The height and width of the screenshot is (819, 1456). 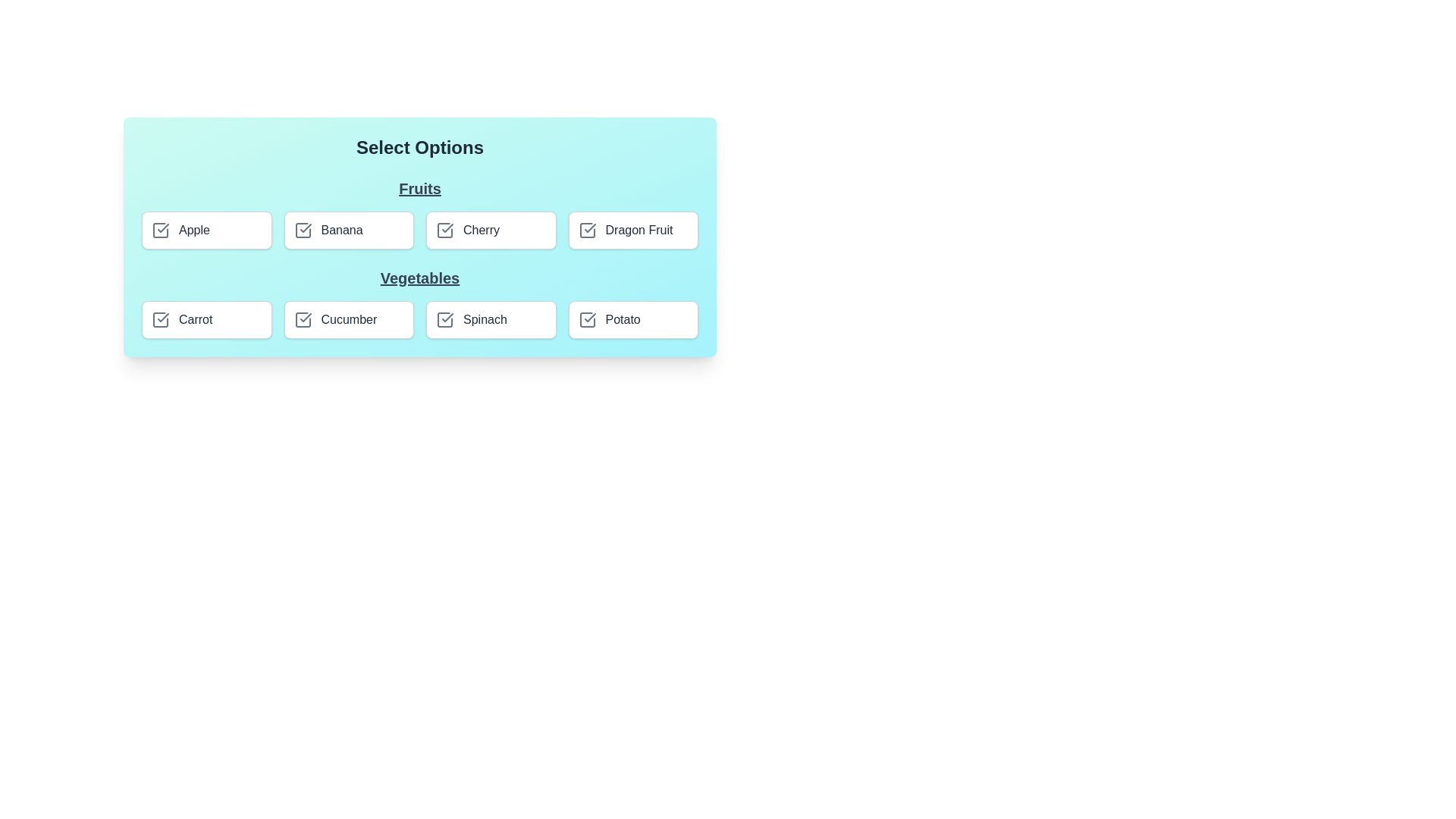 What do you see at coordinates (419, 188) in the screenshot?
I see `the 'Fruits' label, which is bold, underlined, and dark gray, positioned below the 'Select Options' header and above fruit options` at bounding box center [419, 188].